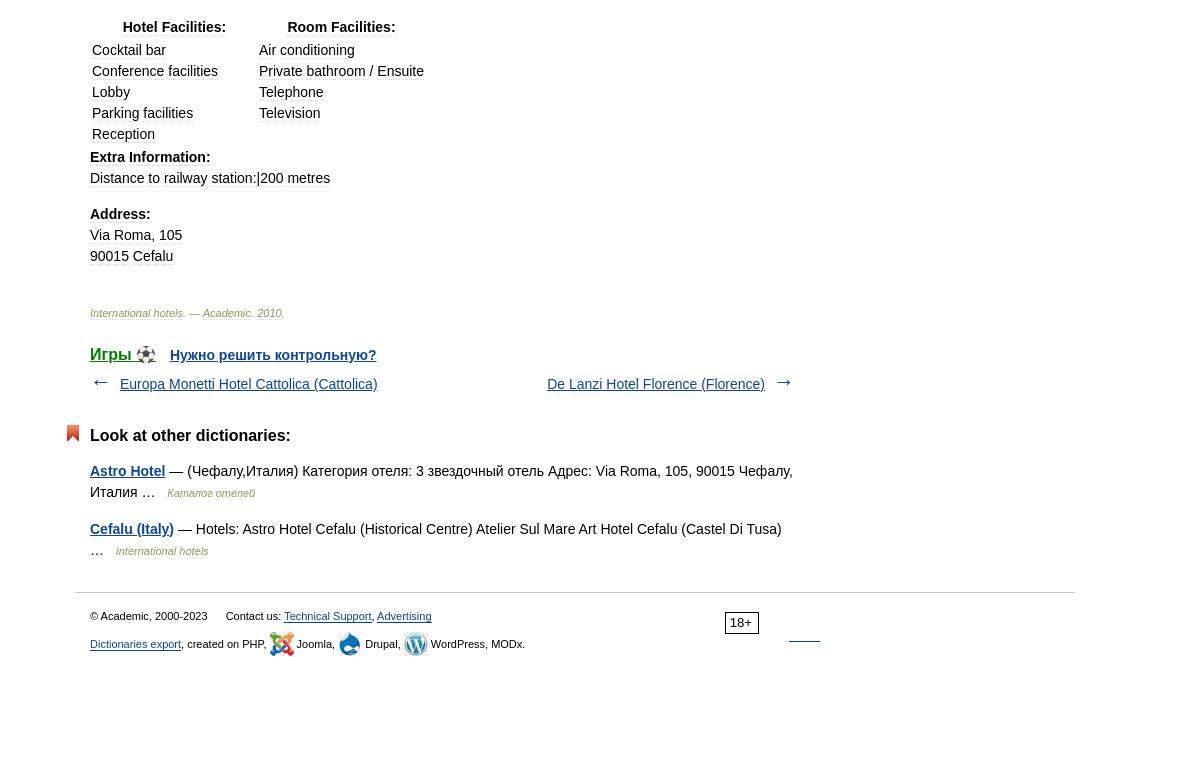  What do you see at coordinates (288, 112) in the screenshot?
I see `'Television'` at bounding box center [288, 112].